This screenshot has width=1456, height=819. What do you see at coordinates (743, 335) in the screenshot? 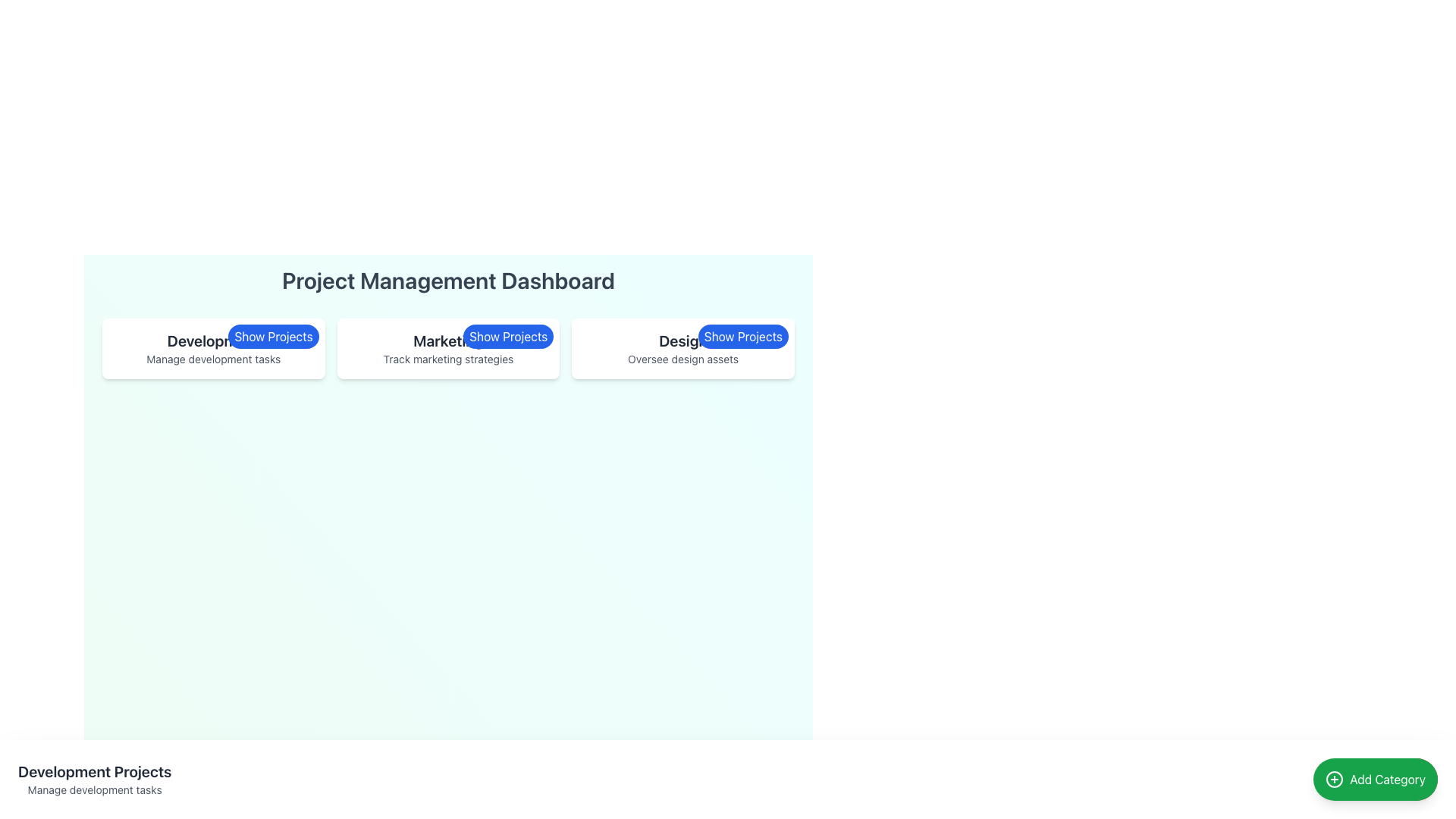
I see `the button in the top-right corner of the 'Design' card labeled 'Oversee design assets'` at bounding box center [743, 335].